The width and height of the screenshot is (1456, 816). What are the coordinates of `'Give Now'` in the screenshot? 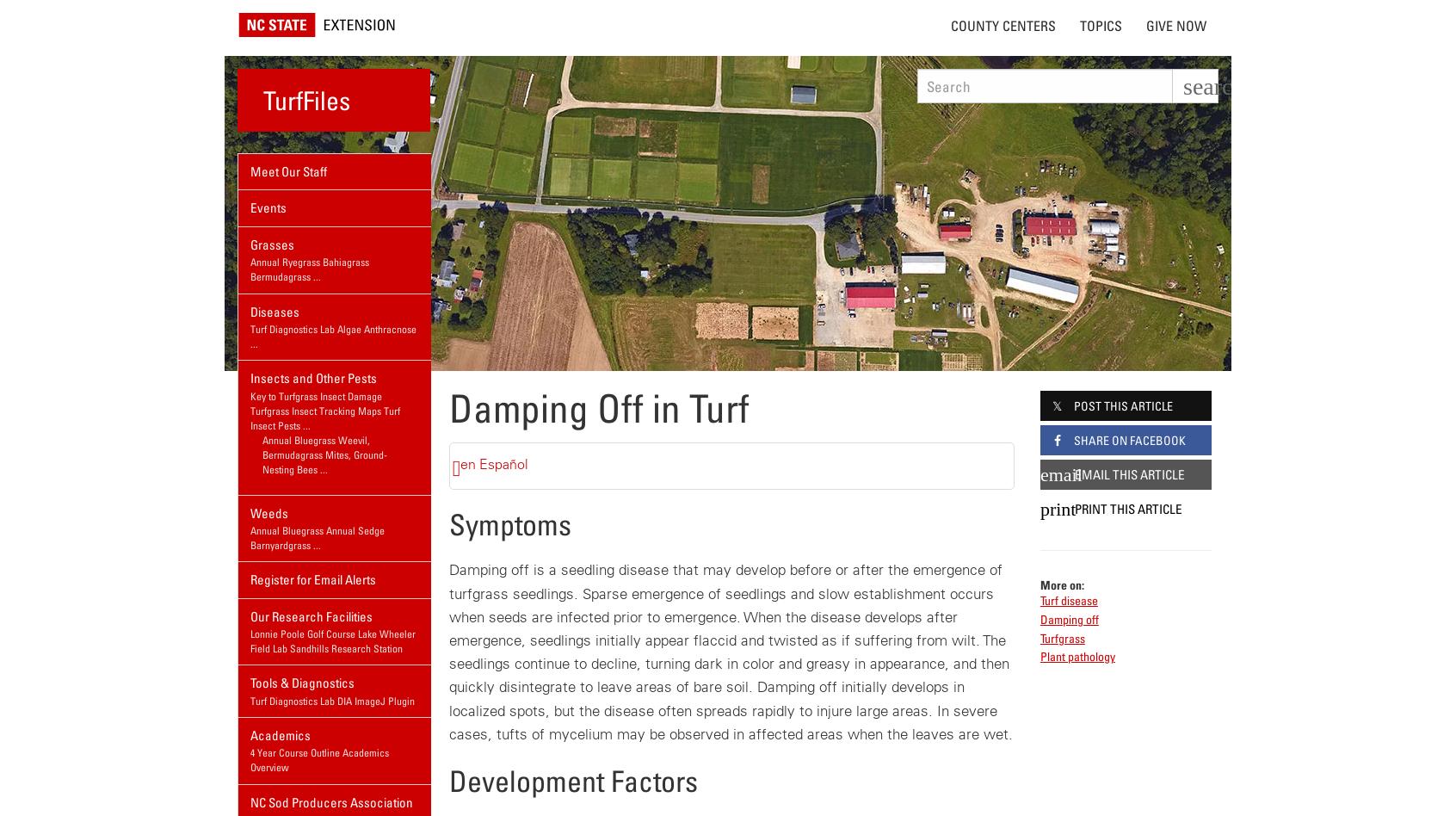 It's located at (1175, 25).